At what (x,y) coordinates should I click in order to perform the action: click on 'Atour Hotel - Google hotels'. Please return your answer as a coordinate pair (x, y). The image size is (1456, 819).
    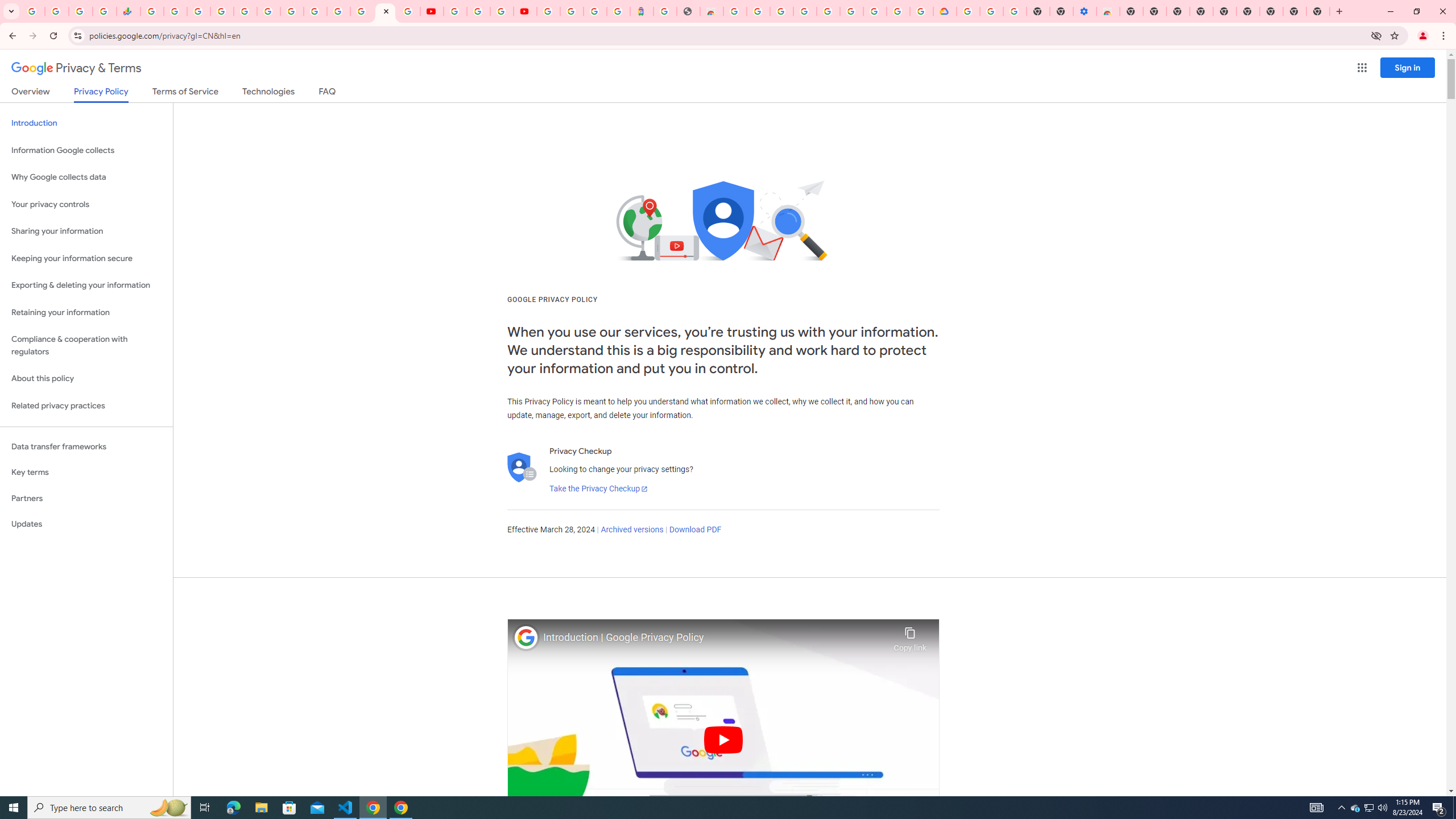
    Looking at the image, I should click on (640, 11).